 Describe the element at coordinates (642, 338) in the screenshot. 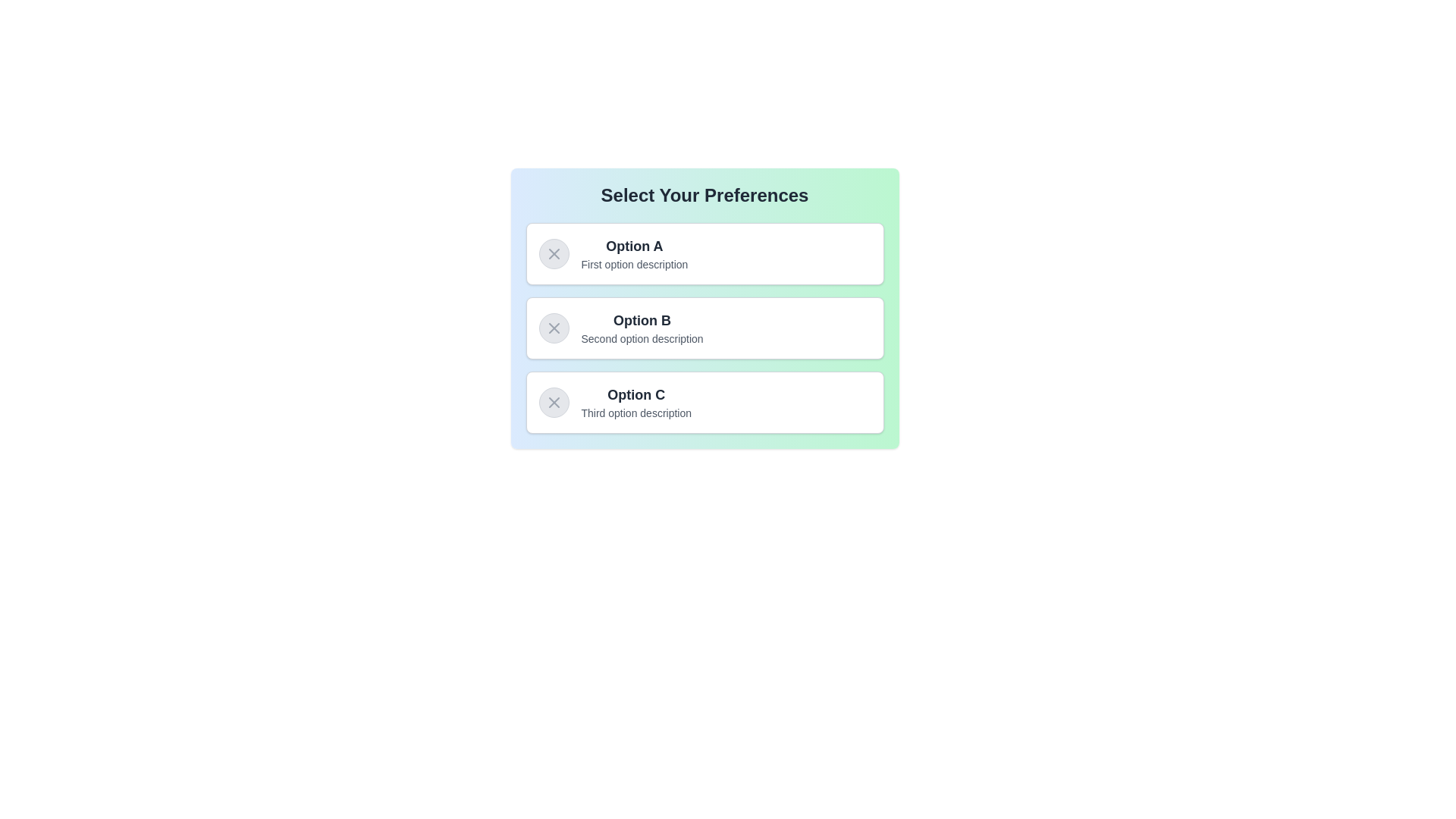

I see `the text label displaying 'Second option description', which is located below 'Option B' in a three-option list` at that location.